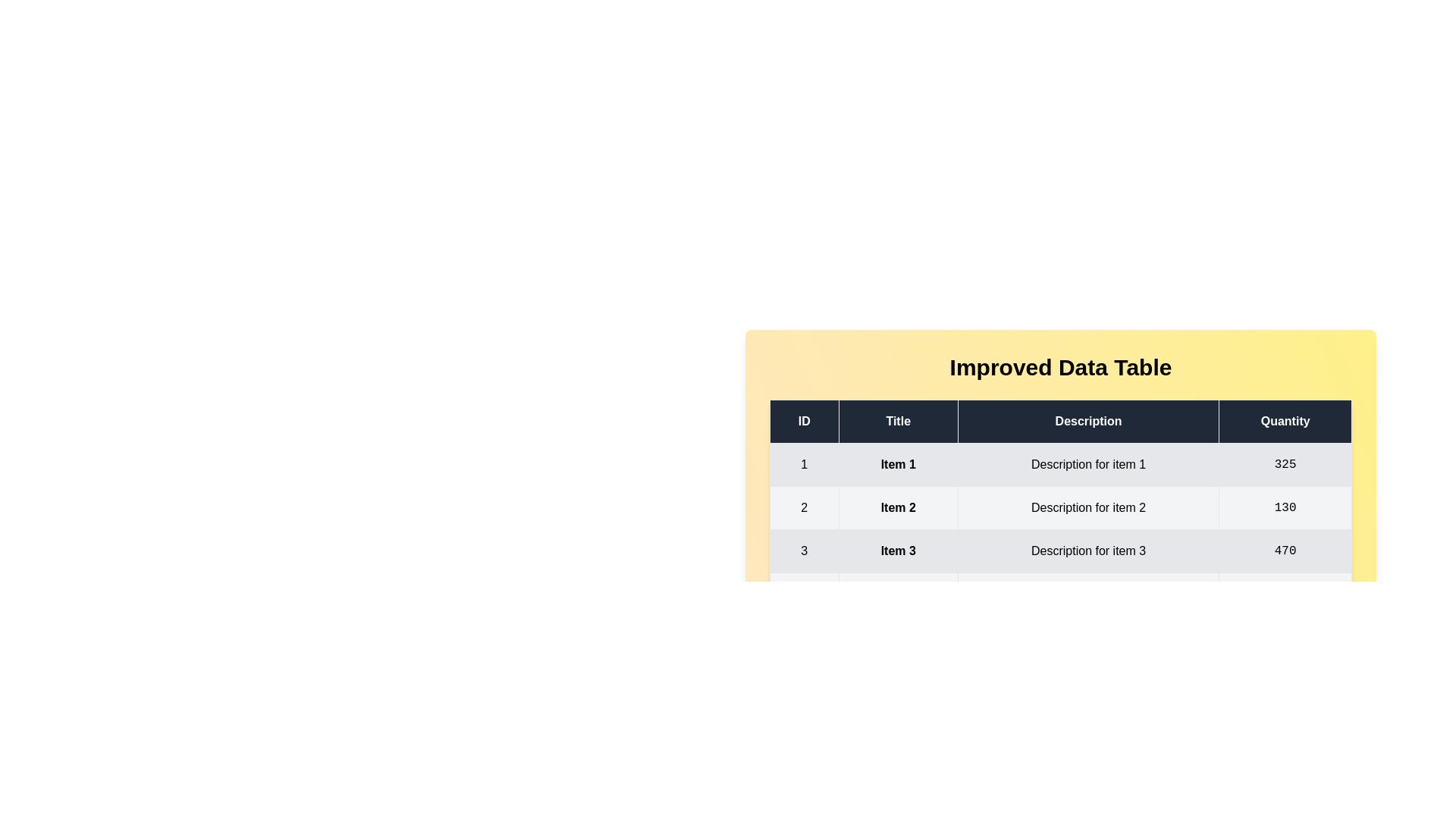  I want to click on the cell with content 470 to select its content, so click(1284, 551).